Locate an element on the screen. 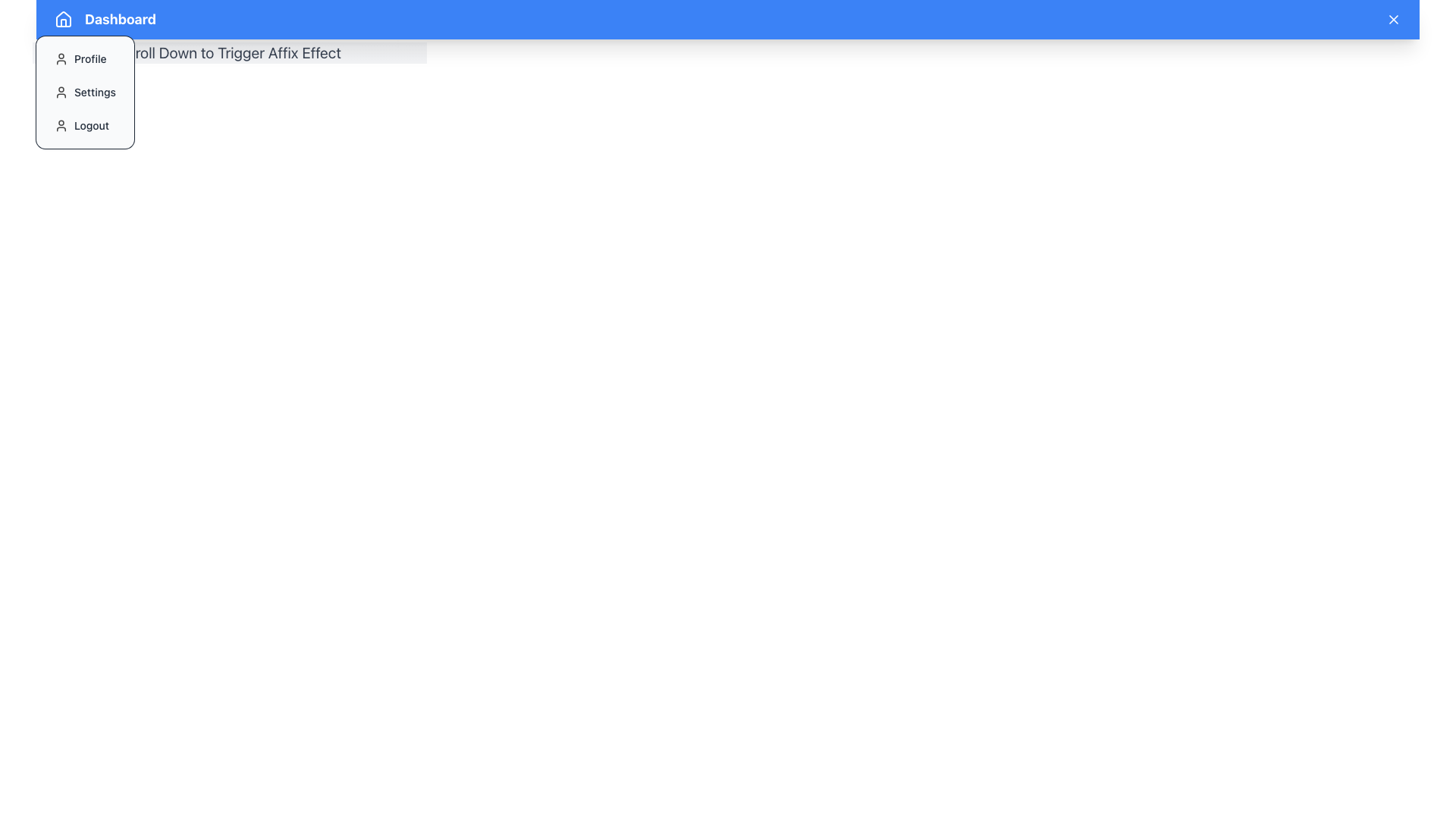  the 'Settings' icon in the dropdown menu located beneath the 'Dashboard' navigation bar is located at coordinates (61, 93).